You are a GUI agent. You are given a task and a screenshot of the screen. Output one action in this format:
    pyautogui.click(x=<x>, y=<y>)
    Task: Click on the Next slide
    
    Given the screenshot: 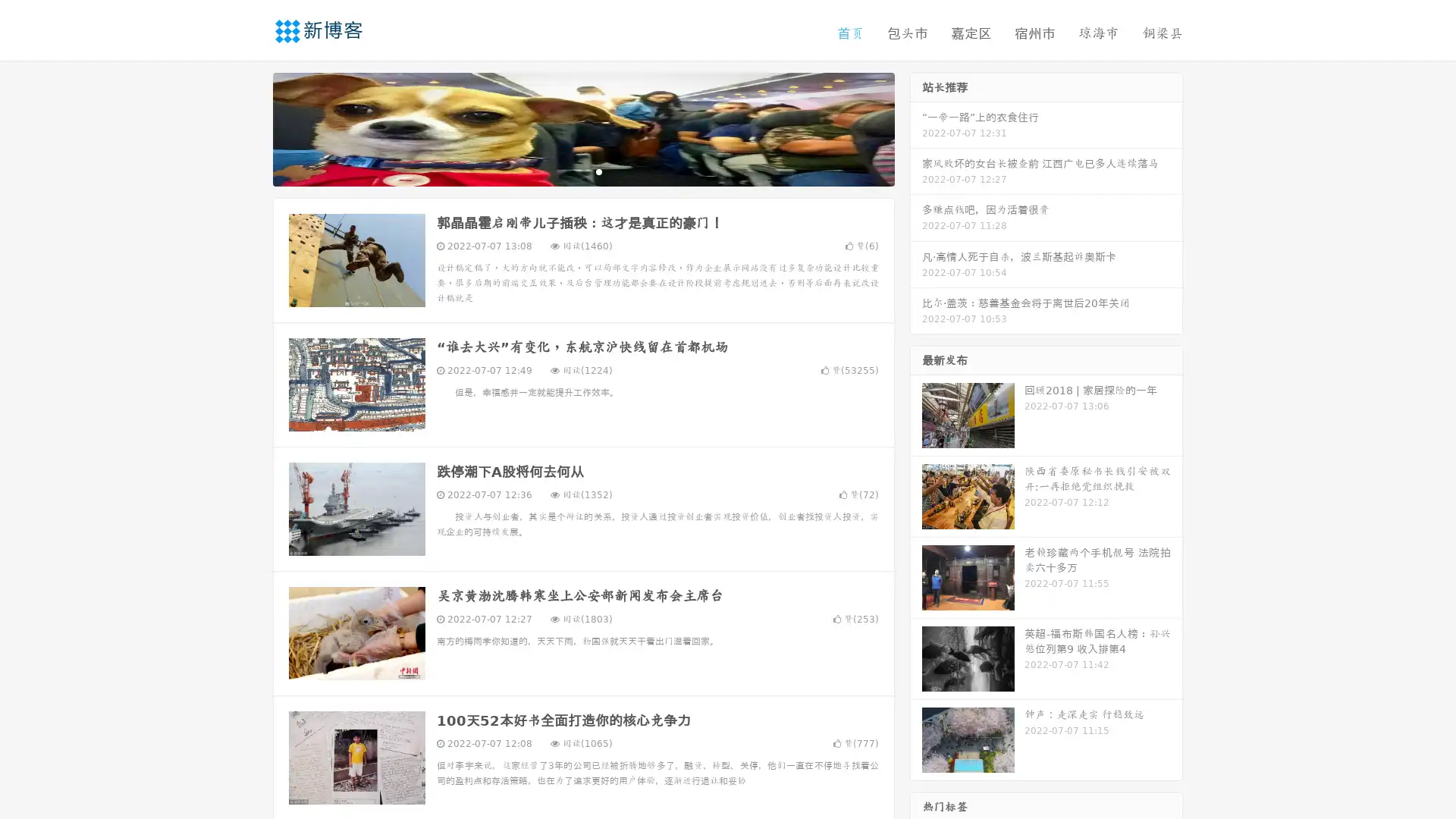 What is the action you would take?
    pyautogui.click(x=916, y=127)
    